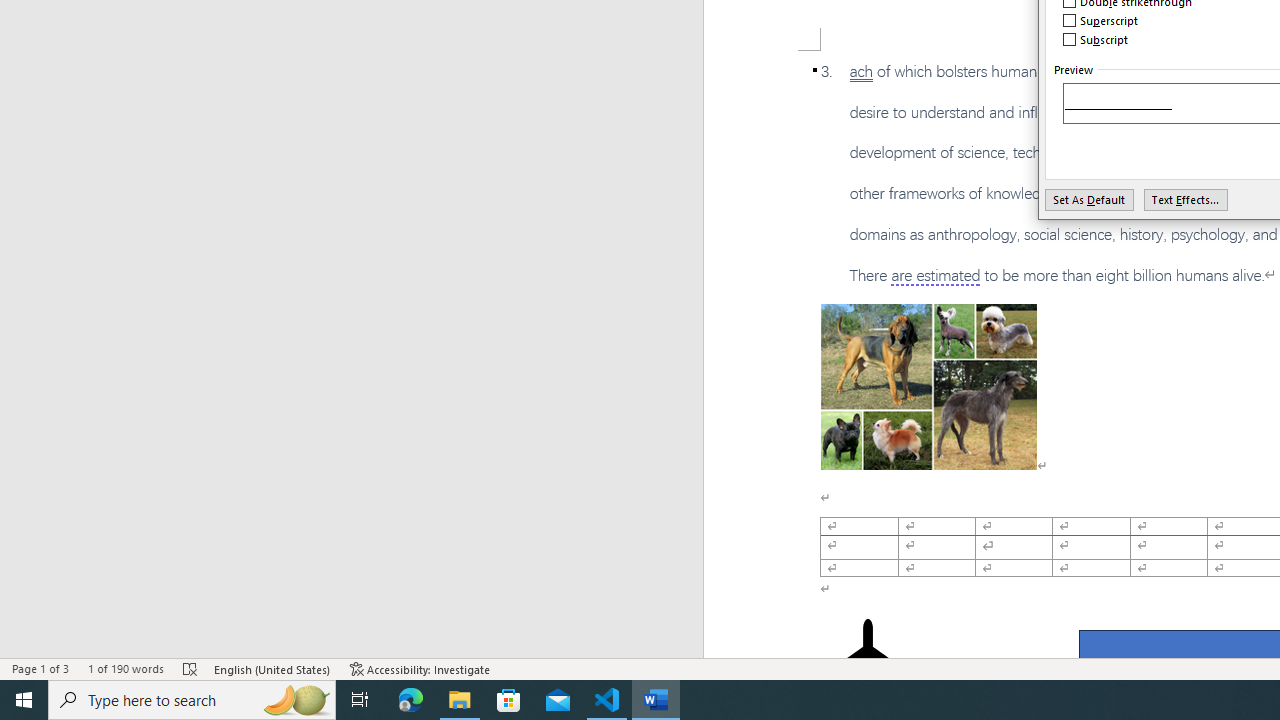 The width and height of the screenshot is (1280, 720). I want to click on 'Page Number Page 1 of 3', so click(40, 669).